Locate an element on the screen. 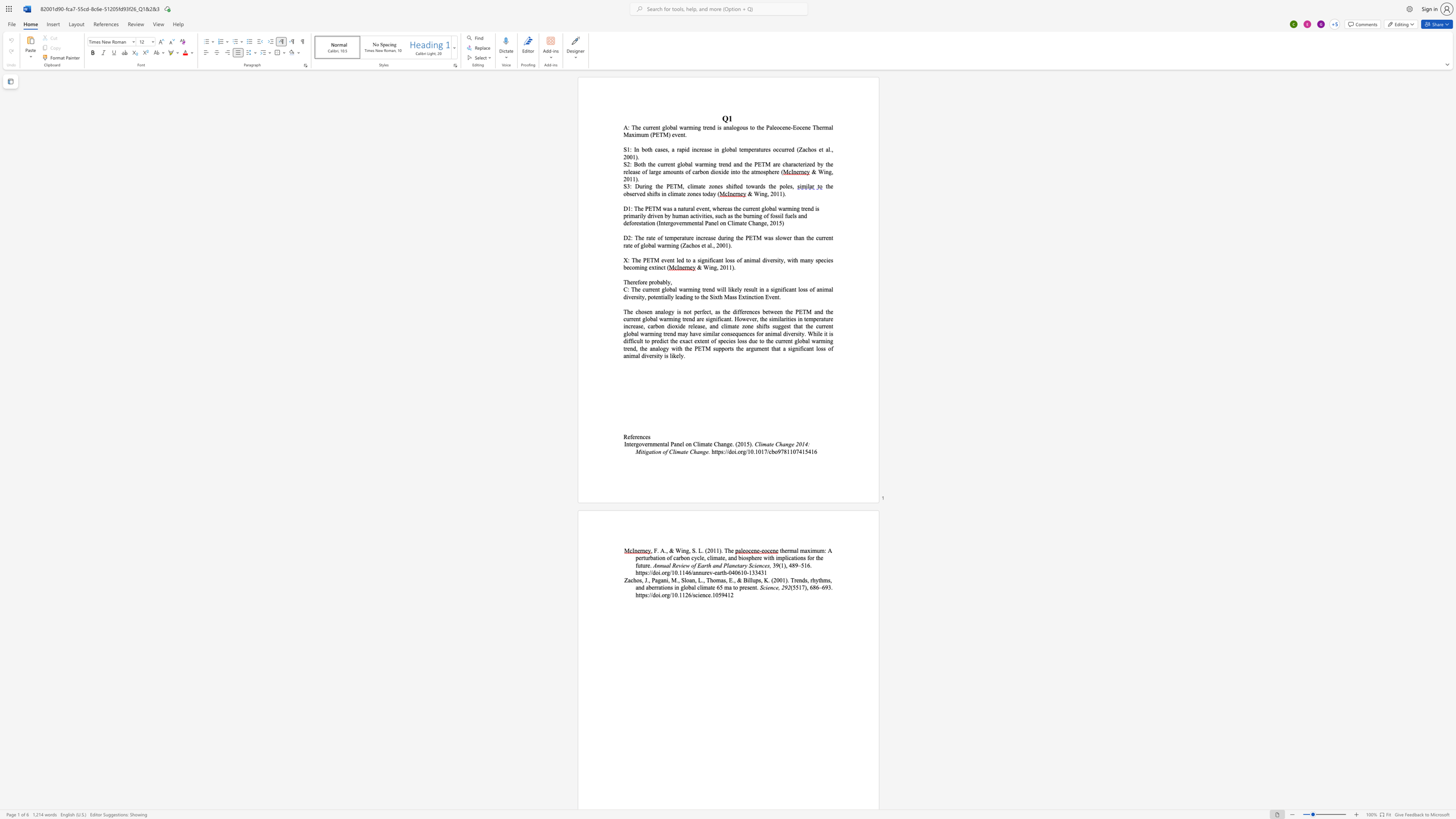 Image resolution: width=1456 pixels, height=819 pixels. the 1th character "w" in the text is located at coordinates (681, 289).